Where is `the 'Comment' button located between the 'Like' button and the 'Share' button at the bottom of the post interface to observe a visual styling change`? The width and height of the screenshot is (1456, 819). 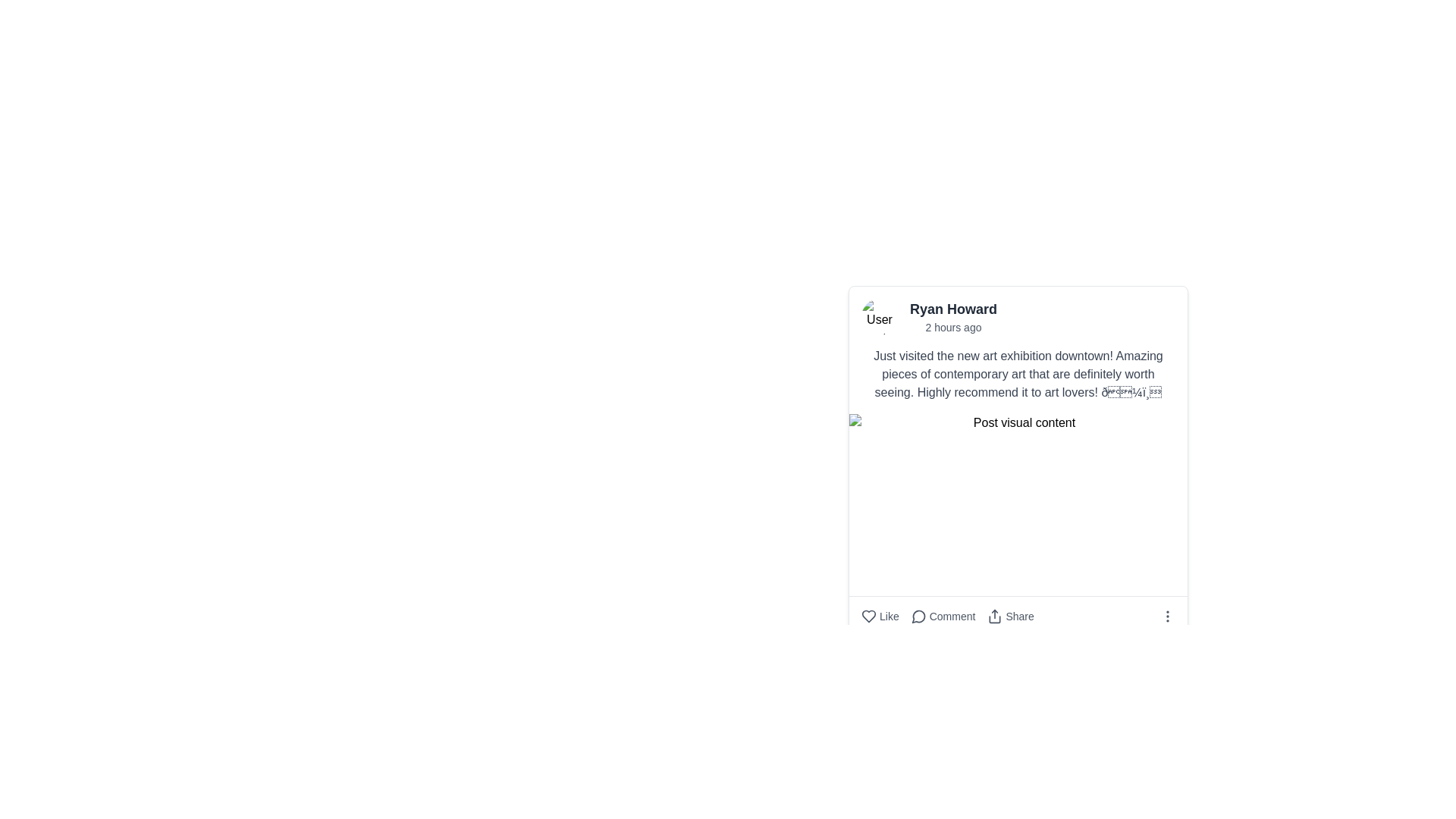 the 'Comment' button located between the 'Like' button and the 'Share' button at the bottom of the post interface to observe a visual styling change is located at coordinates (946, 617).